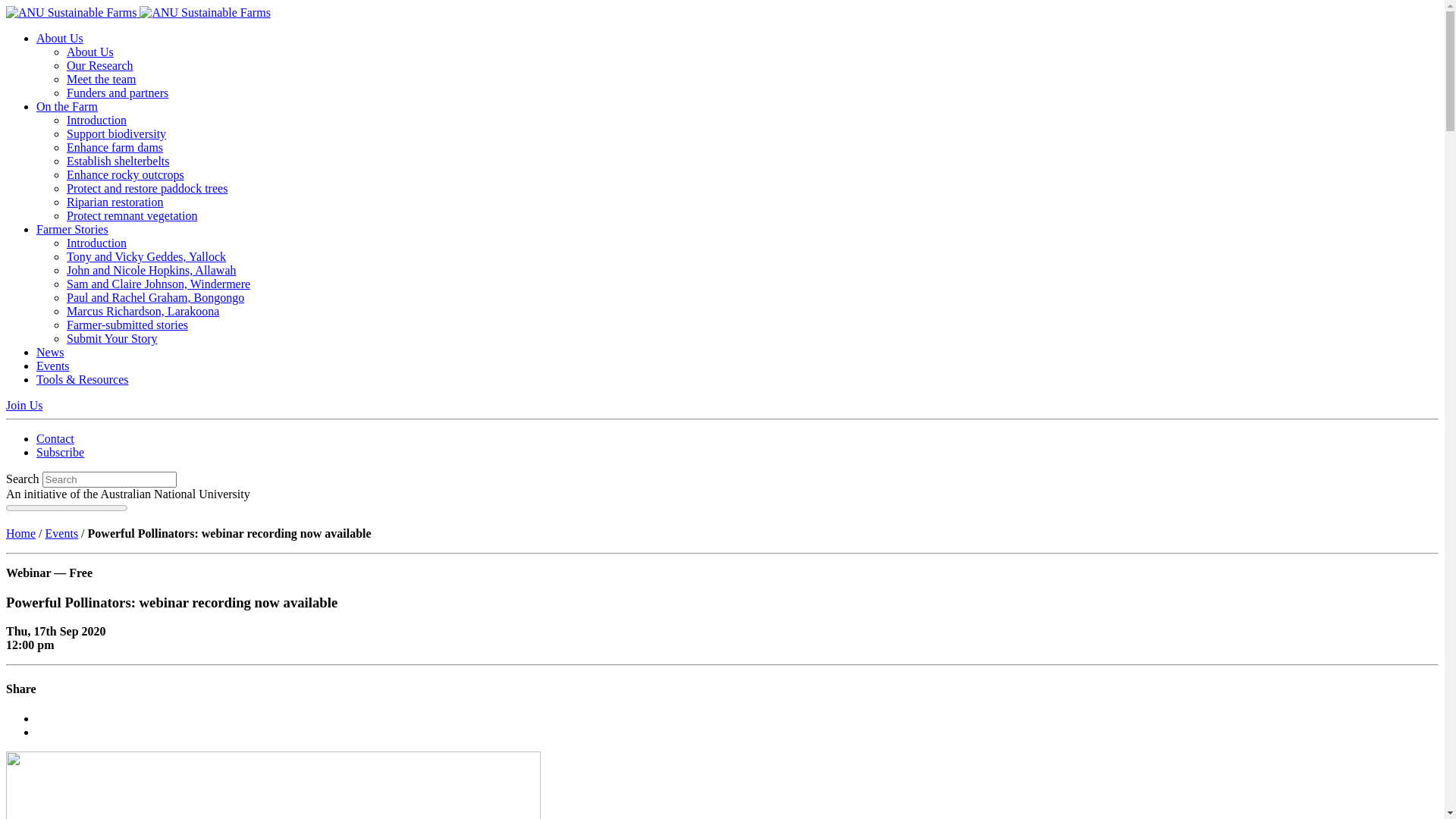 This screenshot has width=1456, height=819. What do you see at coordinates (71, 229) in the screenshot?
I see `'Farmer Stories'` at bounding box center [71, 229].